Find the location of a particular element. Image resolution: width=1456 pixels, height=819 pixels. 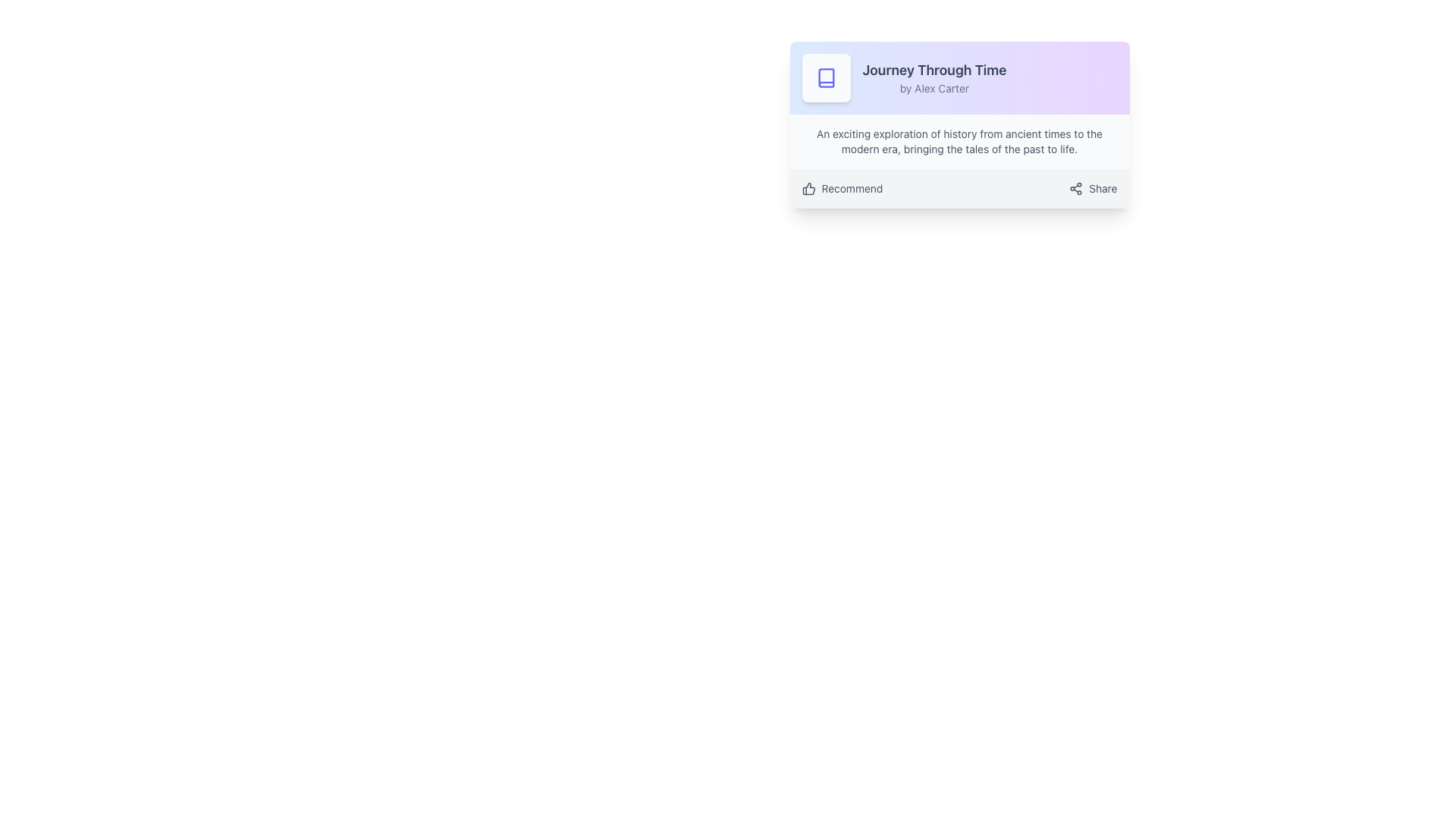

the 'Recommend' text label that indicates the share functionality, located at the bottom right corner of the card-like UI component is located at coordinates (1103, 188).